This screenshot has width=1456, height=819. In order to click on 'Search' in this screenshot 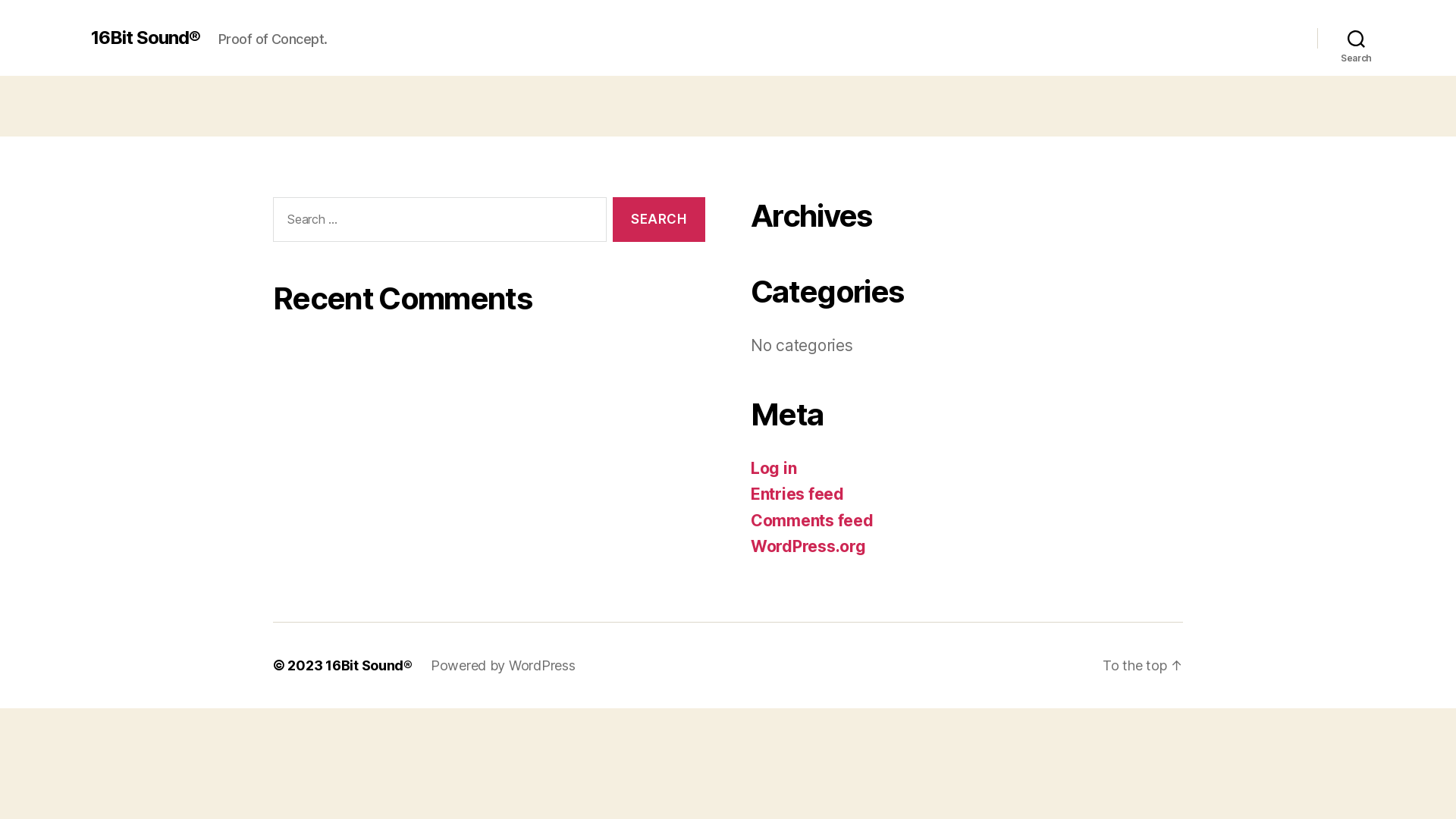, I will do `click(612, 219)`.